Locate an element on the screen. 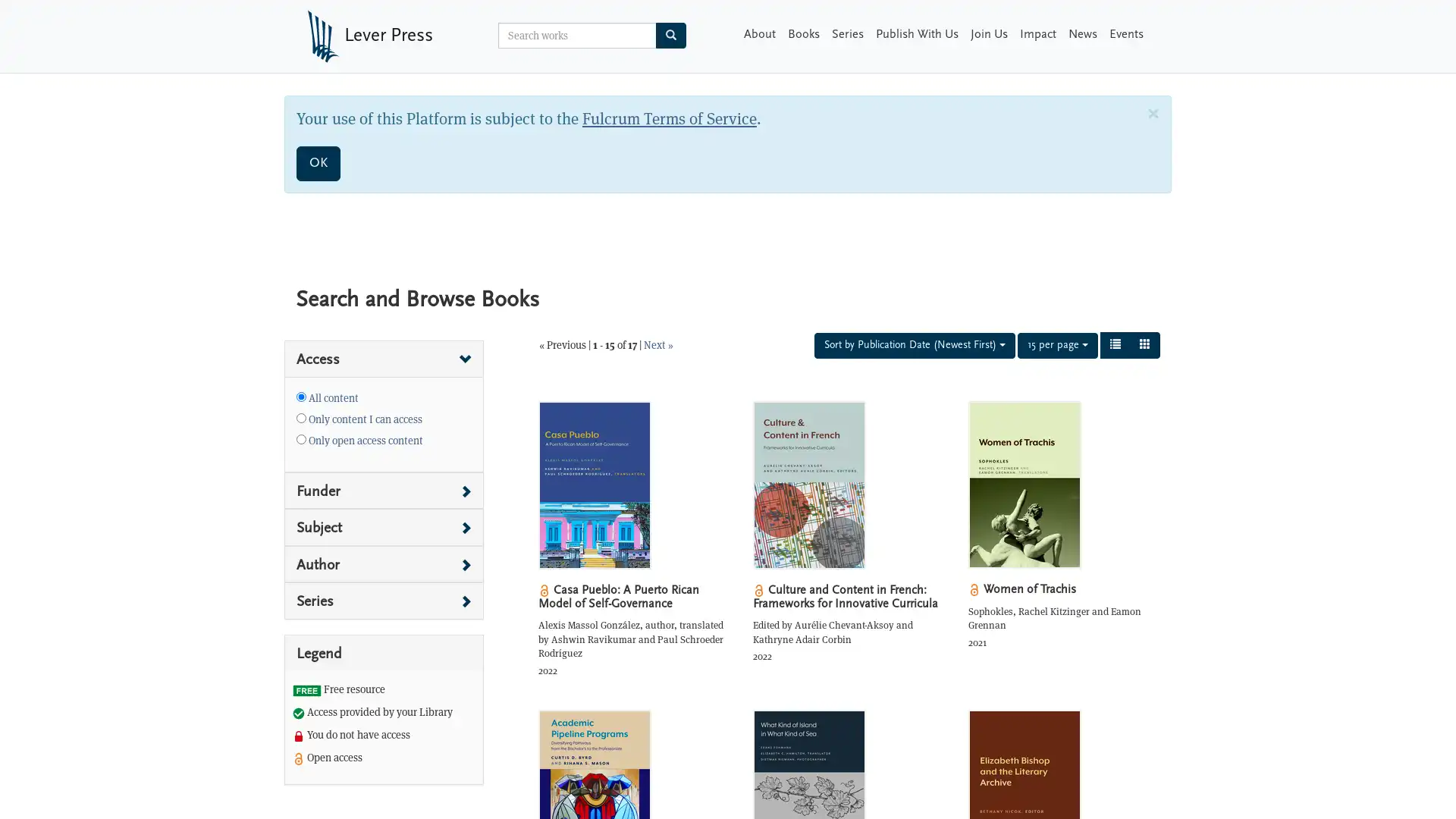 Image resolution: width=1456 pixels, height=819 pixels. 15 per page is located at coordinates (1057, 345).